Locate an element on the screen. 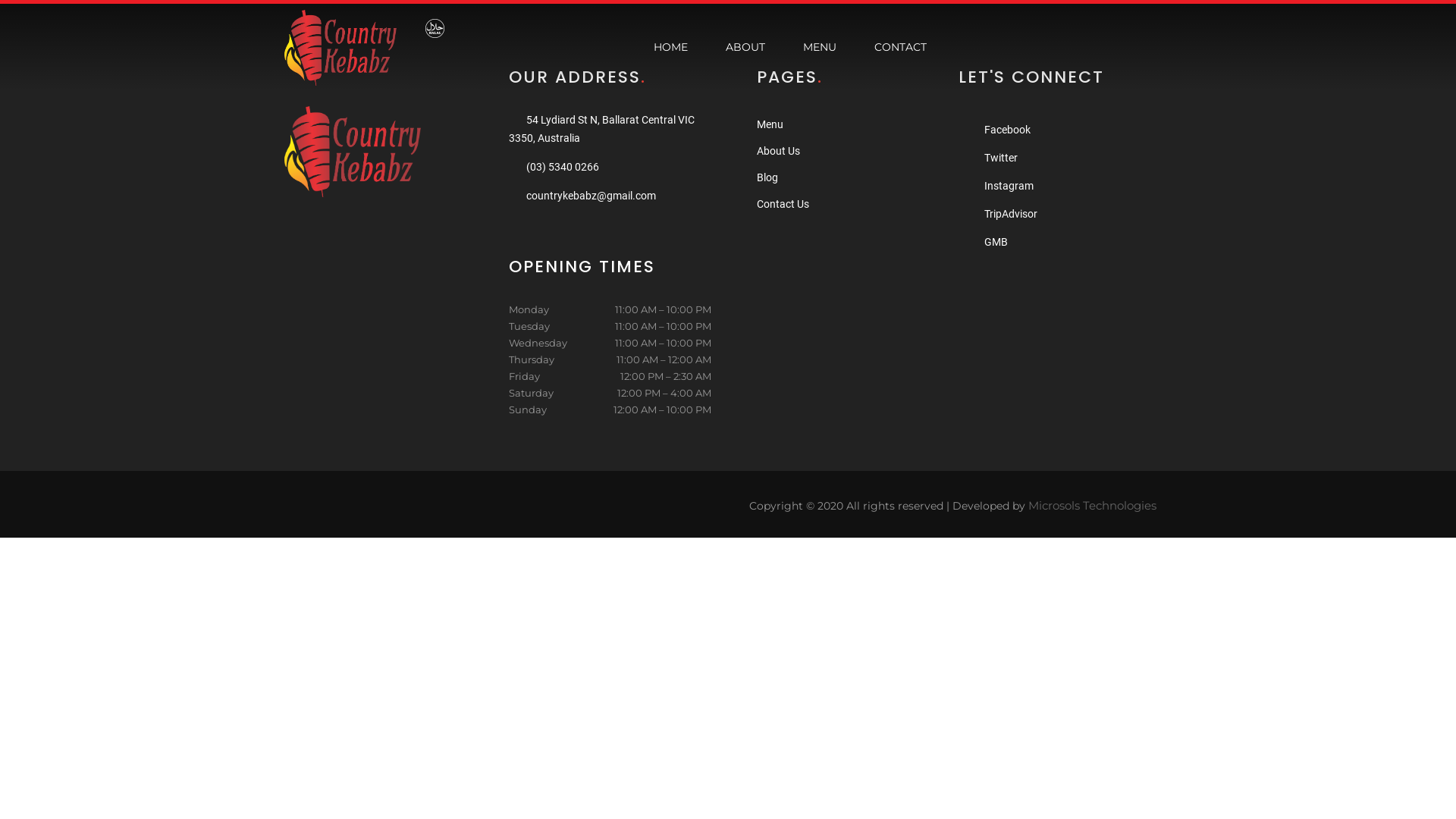 The image size is (1456, 819). 'MENU' is located at coordinates (818, 46).